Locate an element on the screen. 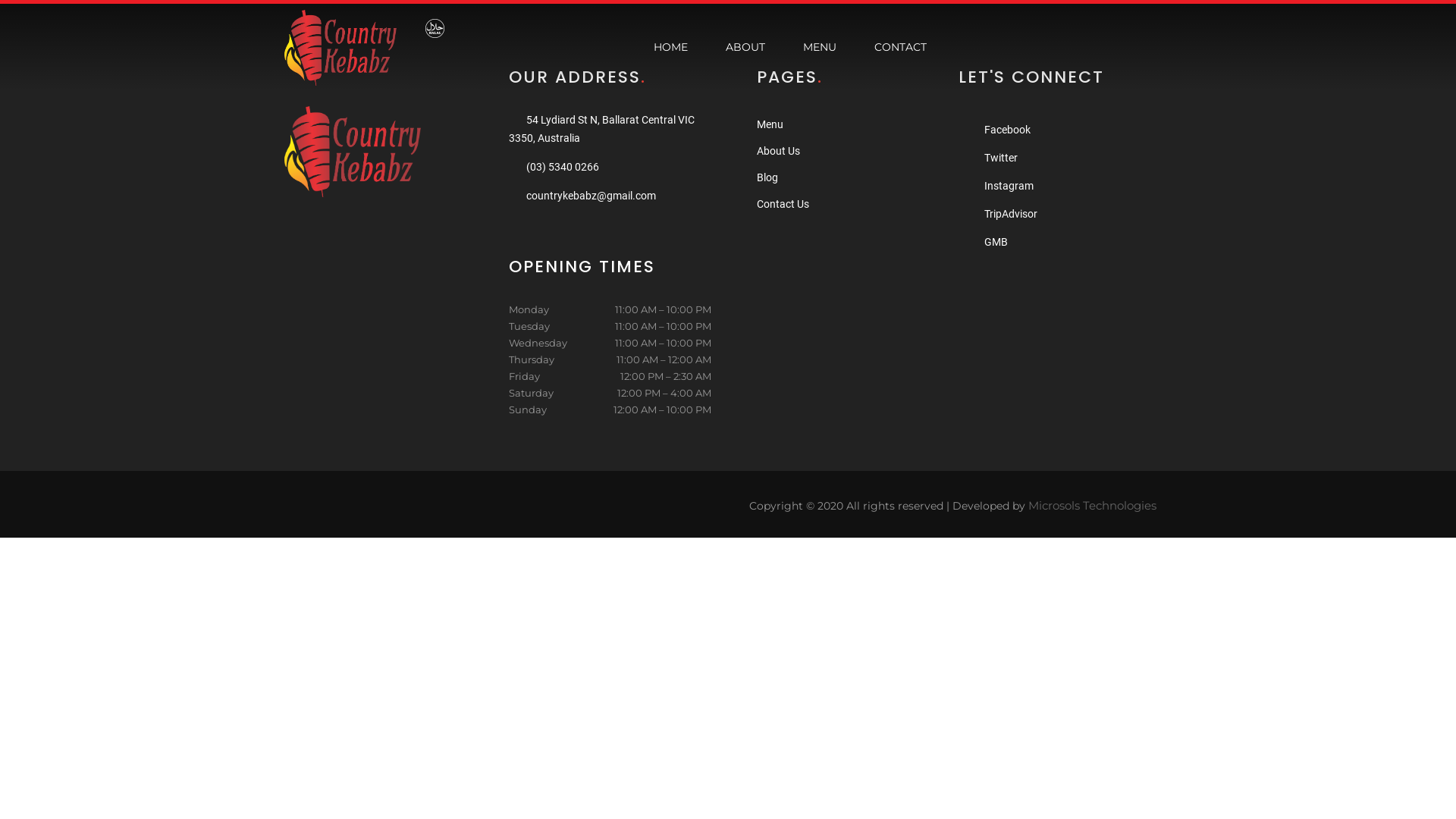 The image size is (1456, 819). 'MENU' is located at coordinates (818, 46).